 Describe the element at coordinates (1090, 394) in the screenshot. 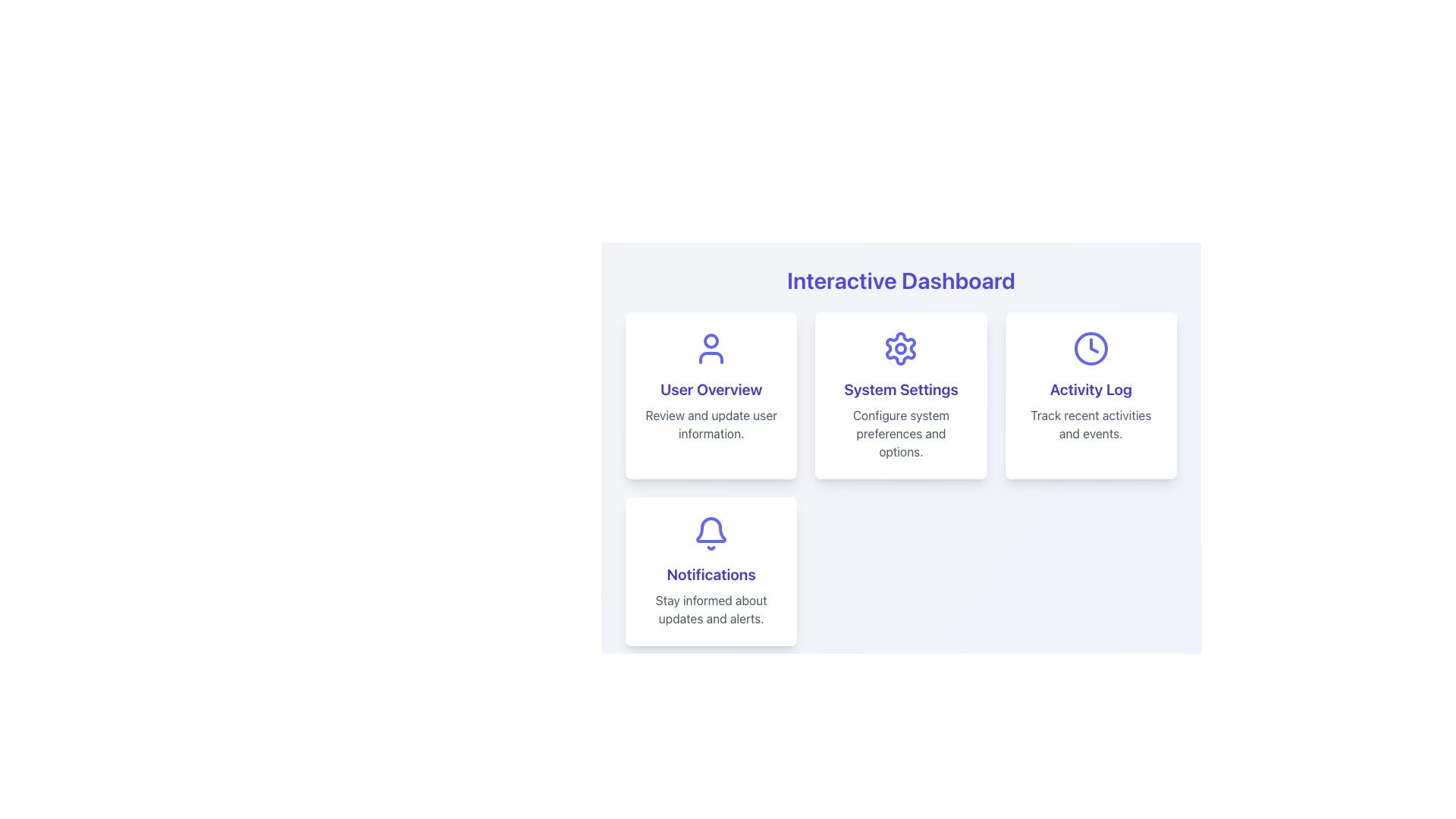

I see `the third card in the grid layout located in the top-right corner` at that location.